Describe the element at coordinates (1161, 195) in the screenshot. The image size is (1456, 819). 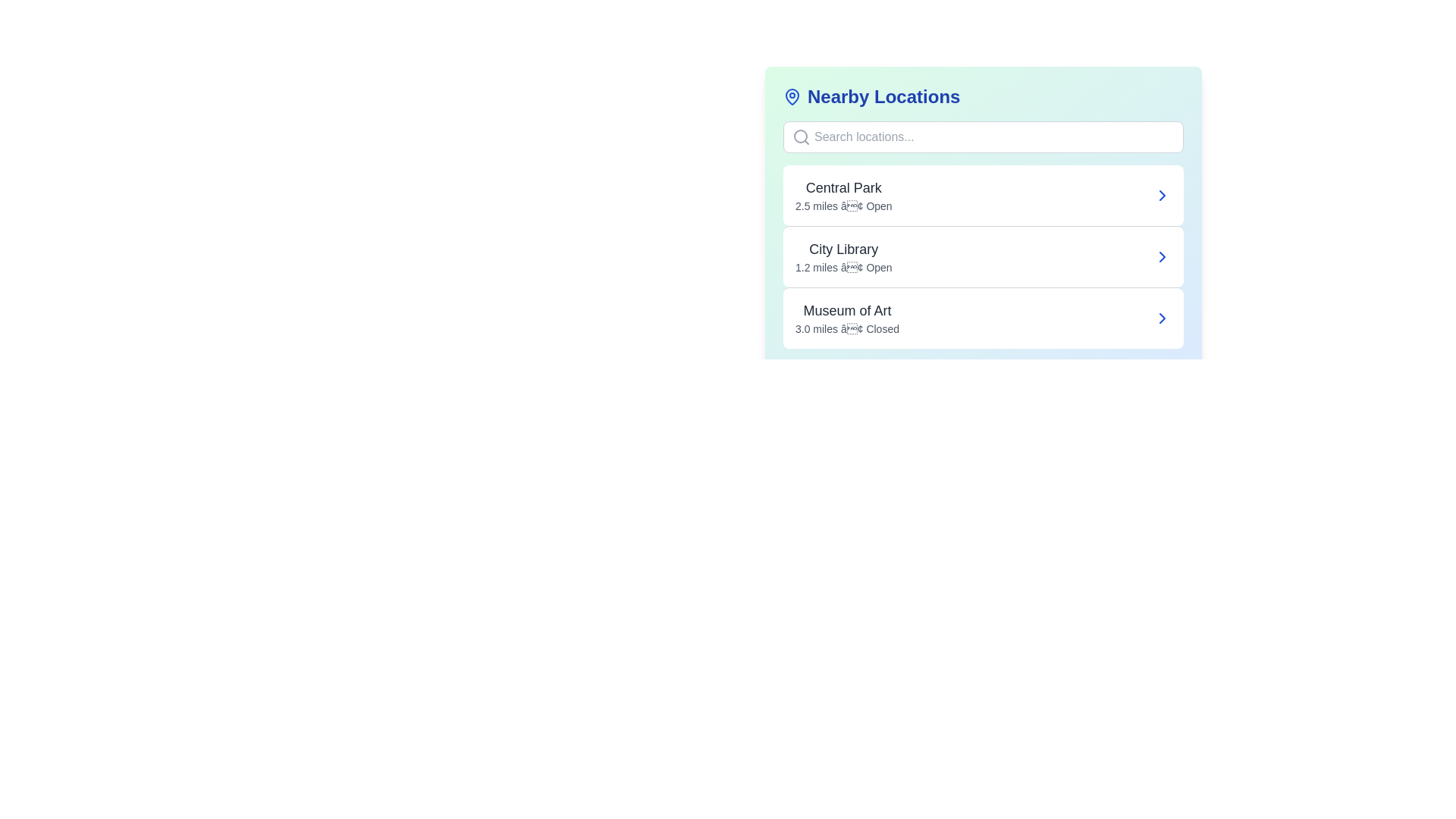
I see `the navigation icon located in the right section of the first list item labeled 'Central Park'` at that location.